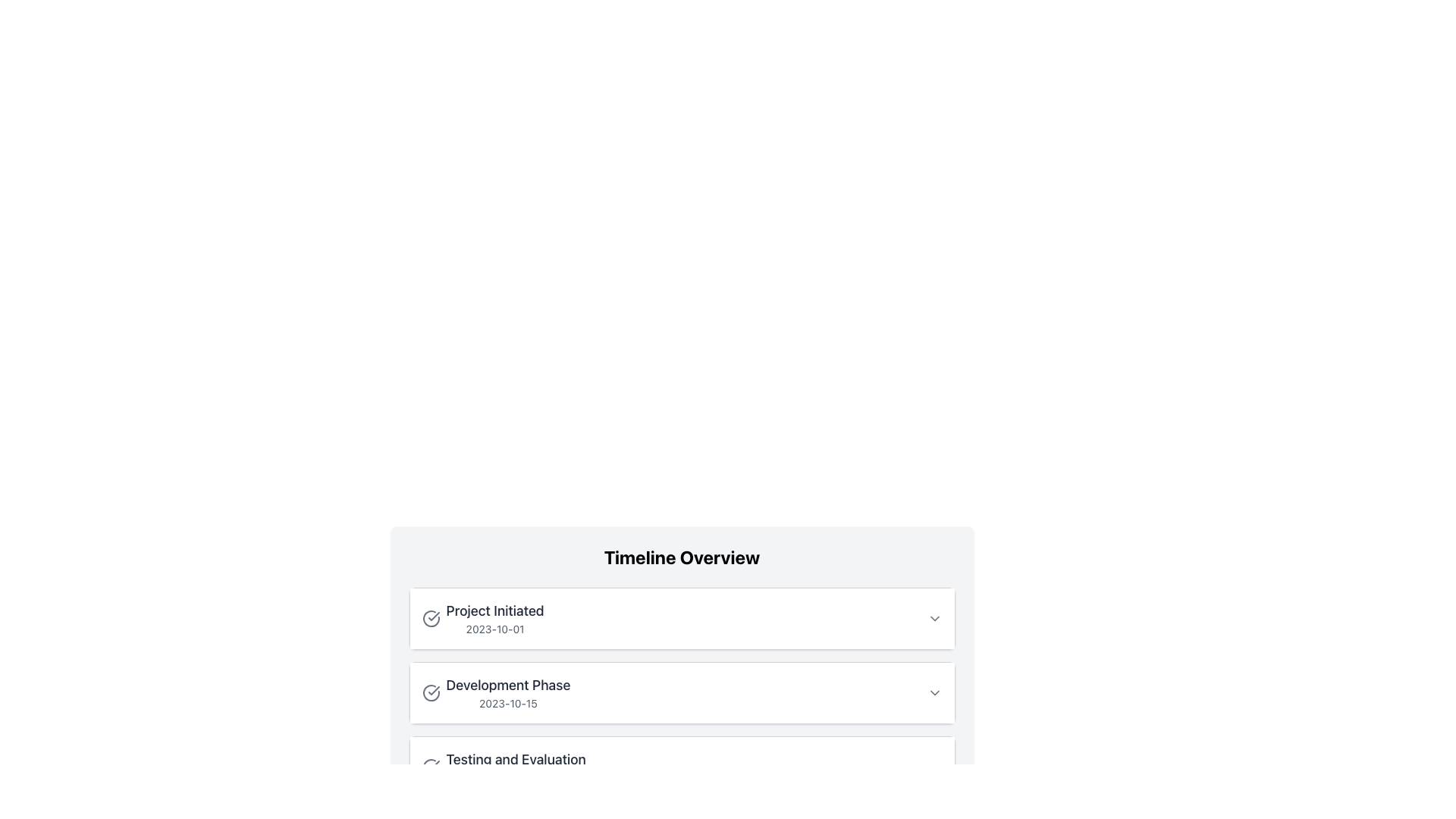 Image resolution: width=1456 pixels, height=819 pixels. What do you see at coordinates (508, 704) in the screenshot?
I see `the text label indicating the date in the bottom-right section of the 'Development Phase' block` at bounding box center [508, 704].